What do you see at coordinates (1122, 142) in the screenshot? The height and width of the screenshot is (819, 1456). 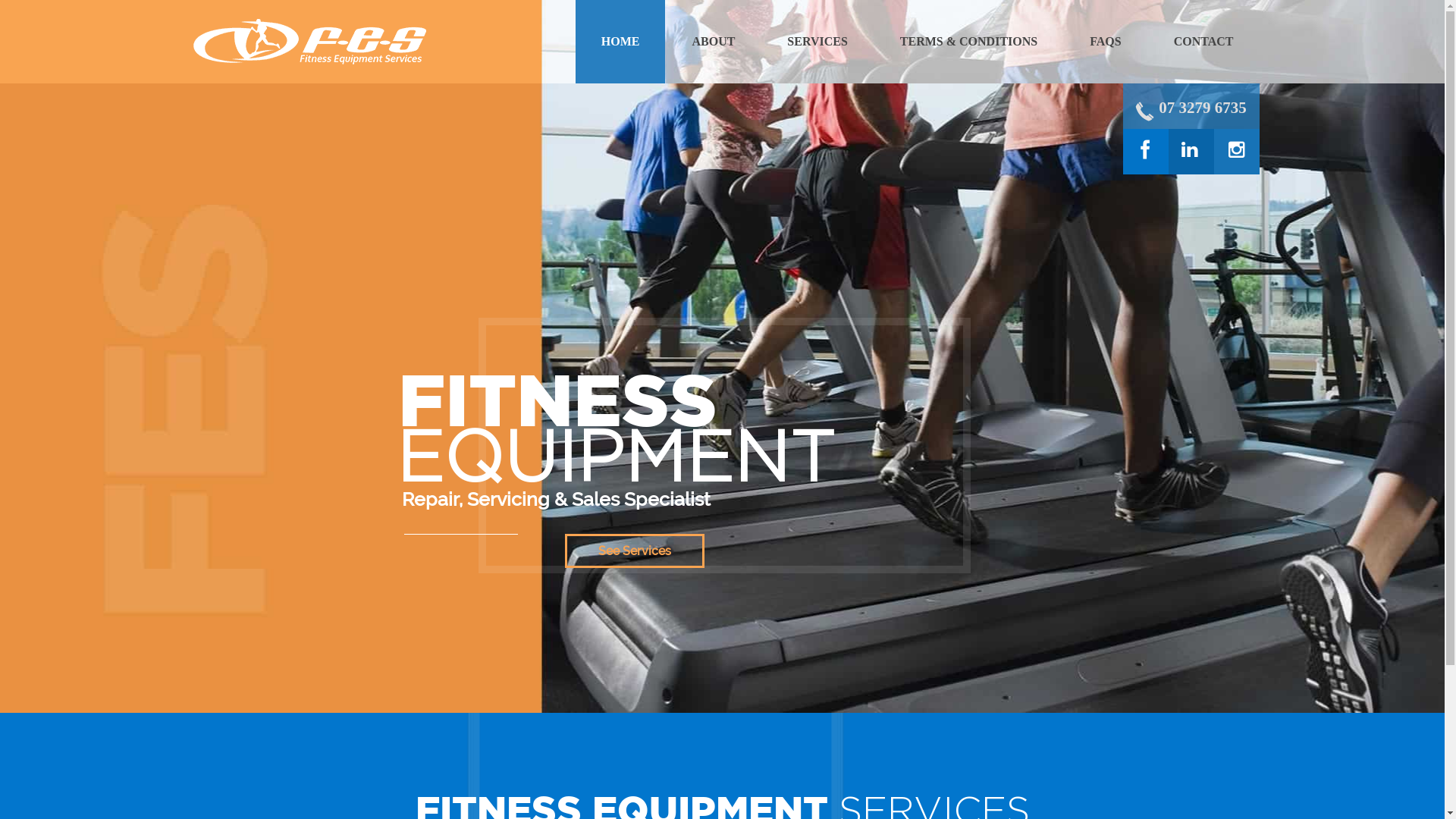 I see `'facebook'` at bounding box center [1122, 142].